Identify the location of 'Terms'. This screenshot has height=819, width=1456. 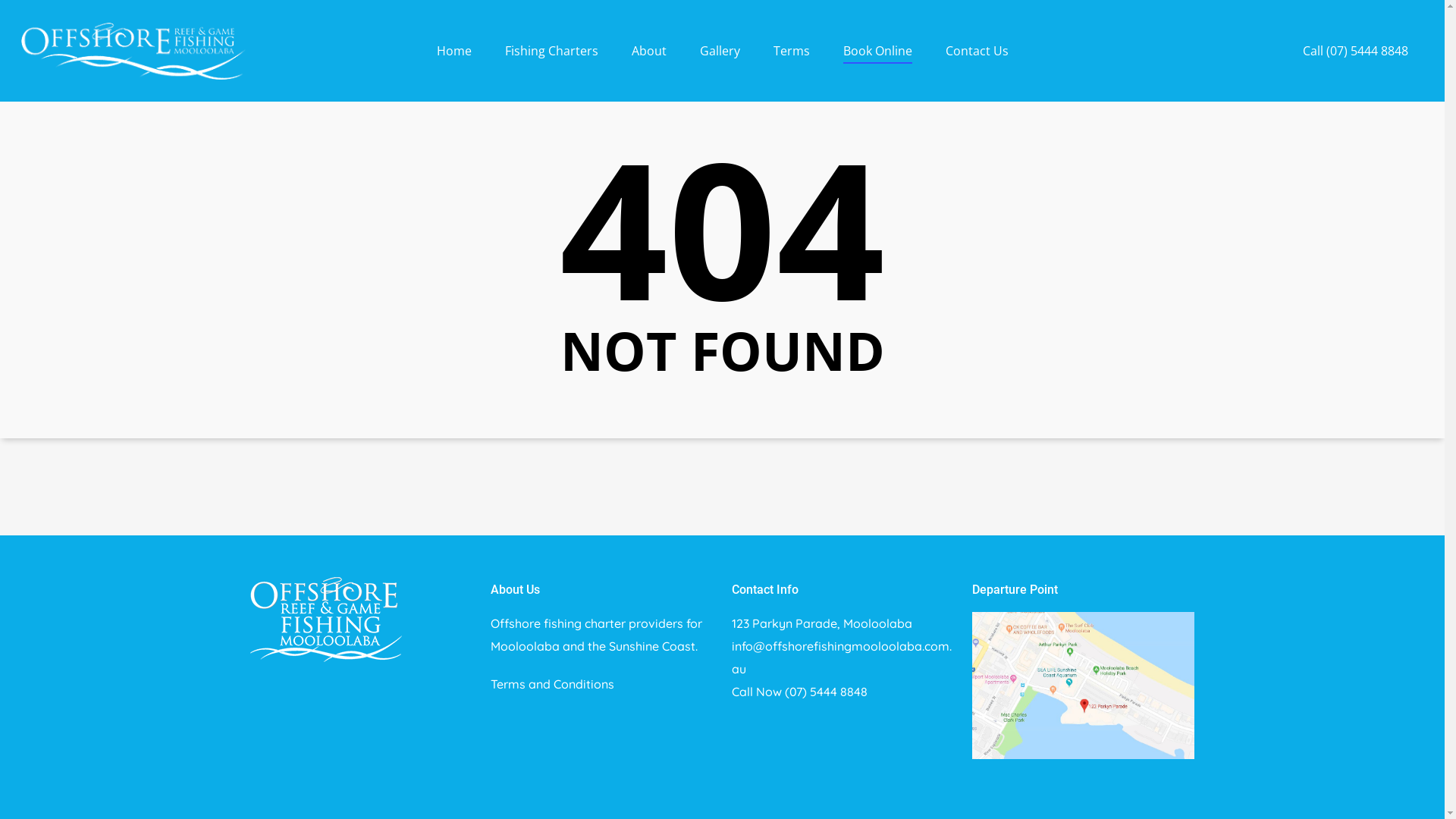
(790, 61).